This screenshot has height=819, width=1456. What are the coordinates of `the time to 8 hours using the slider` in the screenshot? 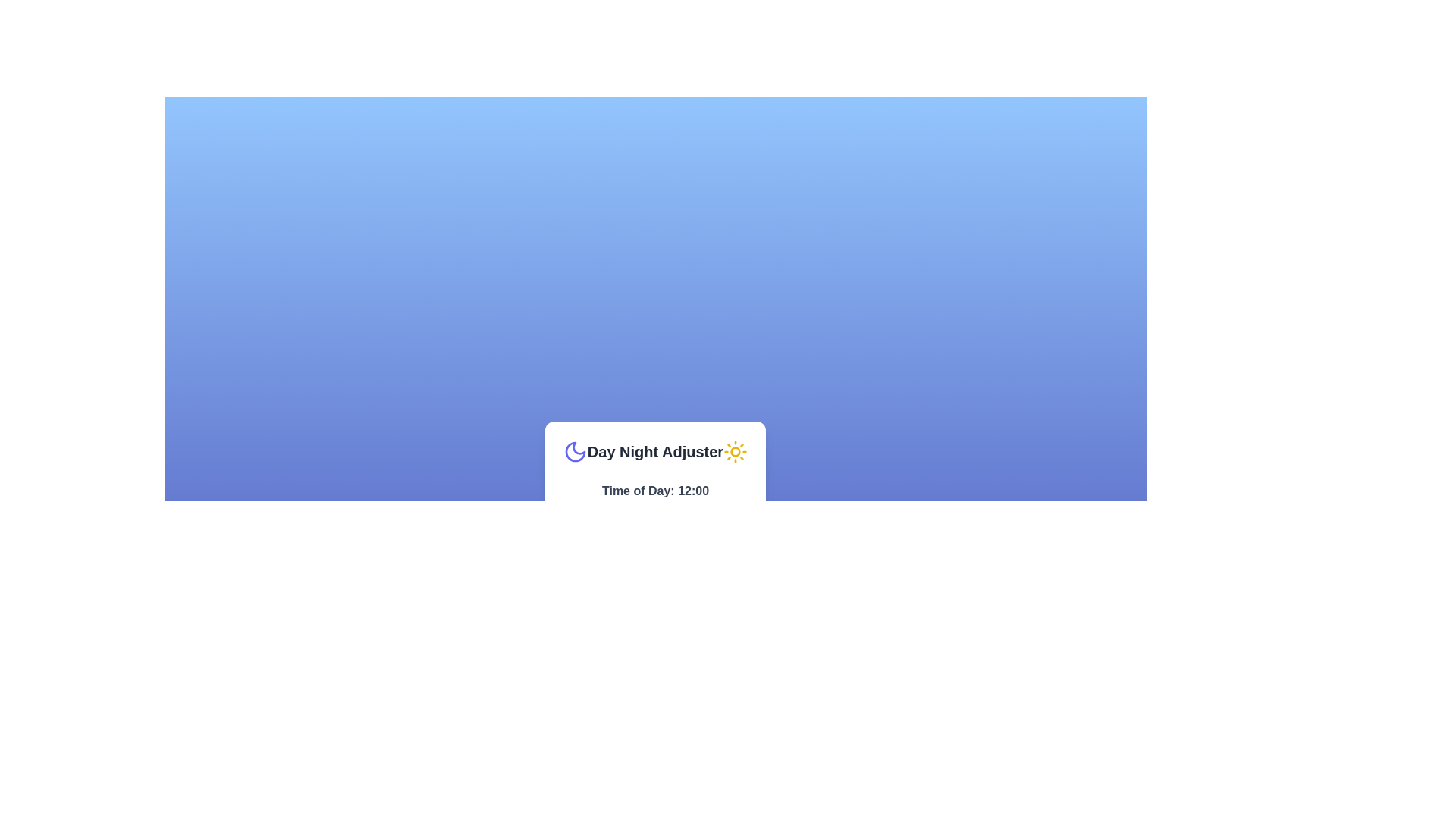 It's located at (627, 508).